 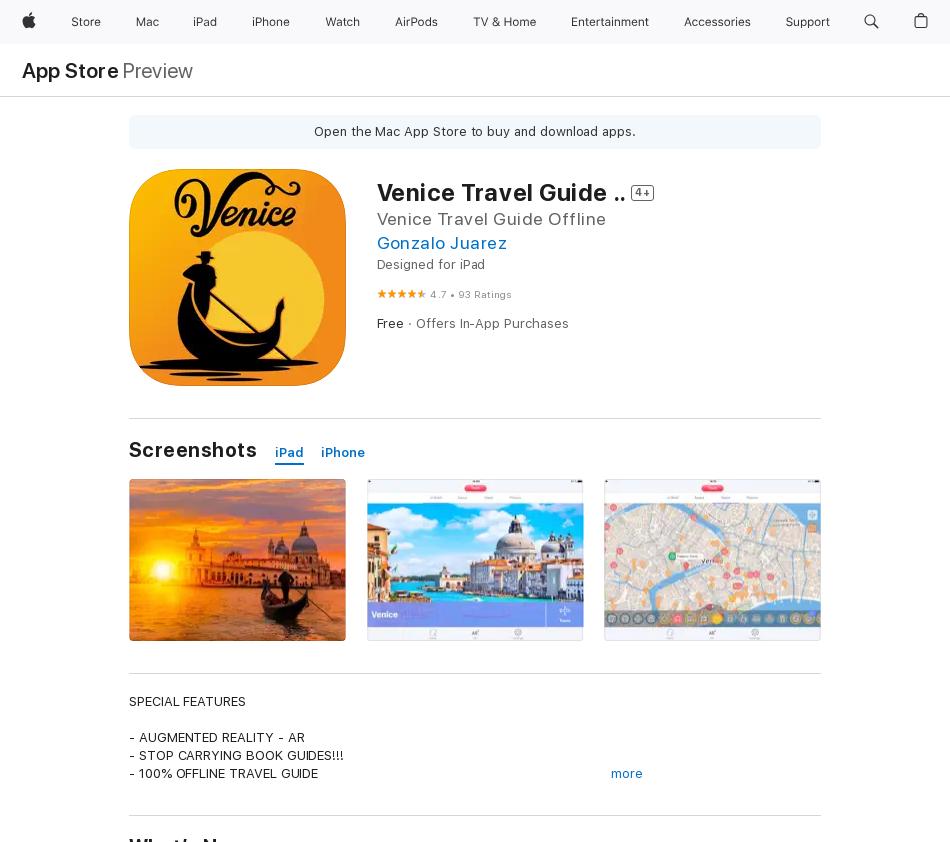 I want to click on '- OFFLINE METRO MAP', so click(x=198, y=791).